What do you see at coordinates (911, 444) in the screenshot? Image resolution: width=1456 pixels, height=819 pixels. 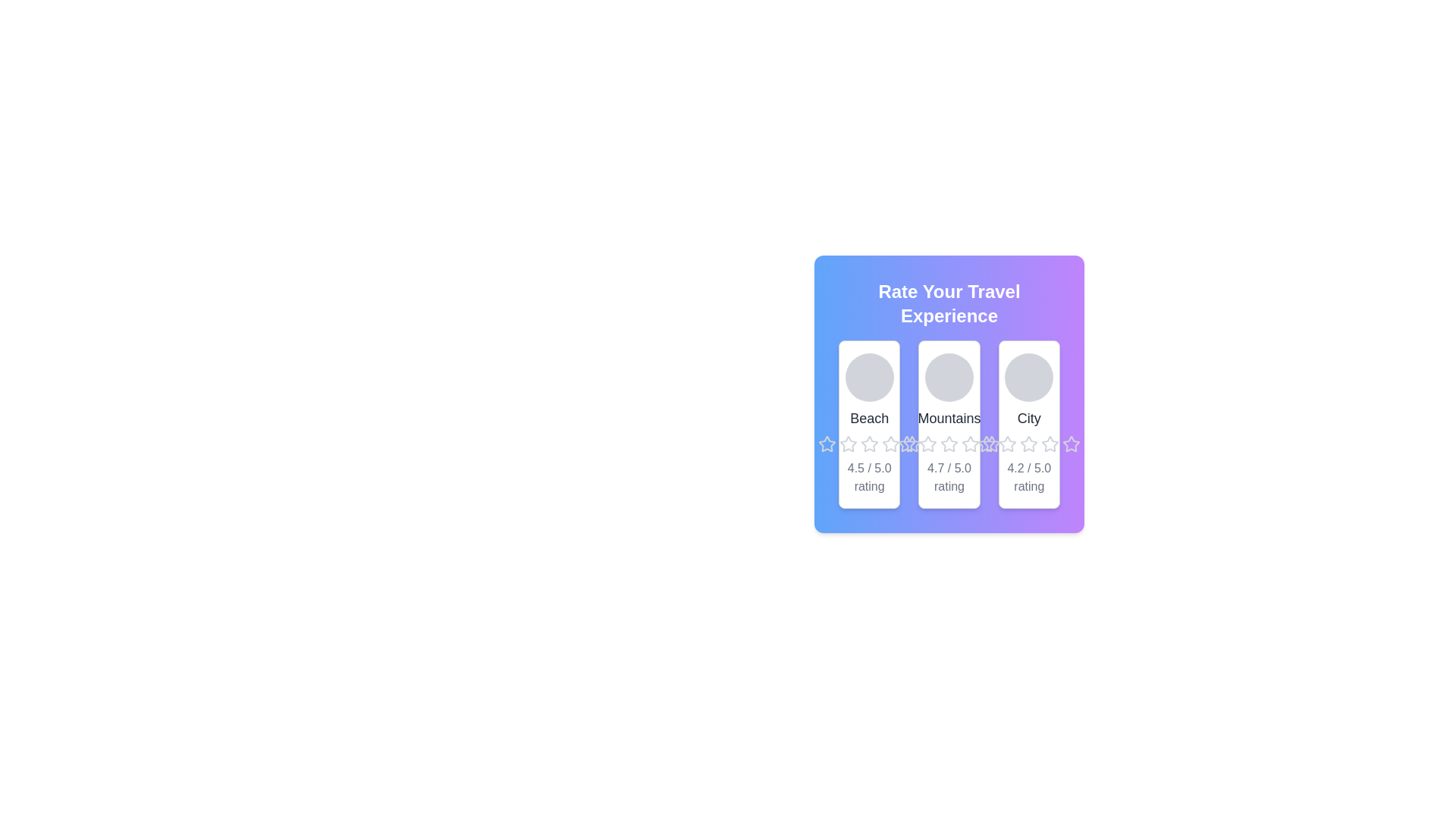 I see `the last star rating icon for the 'Mountains' card` at bounding box center [911, 444].